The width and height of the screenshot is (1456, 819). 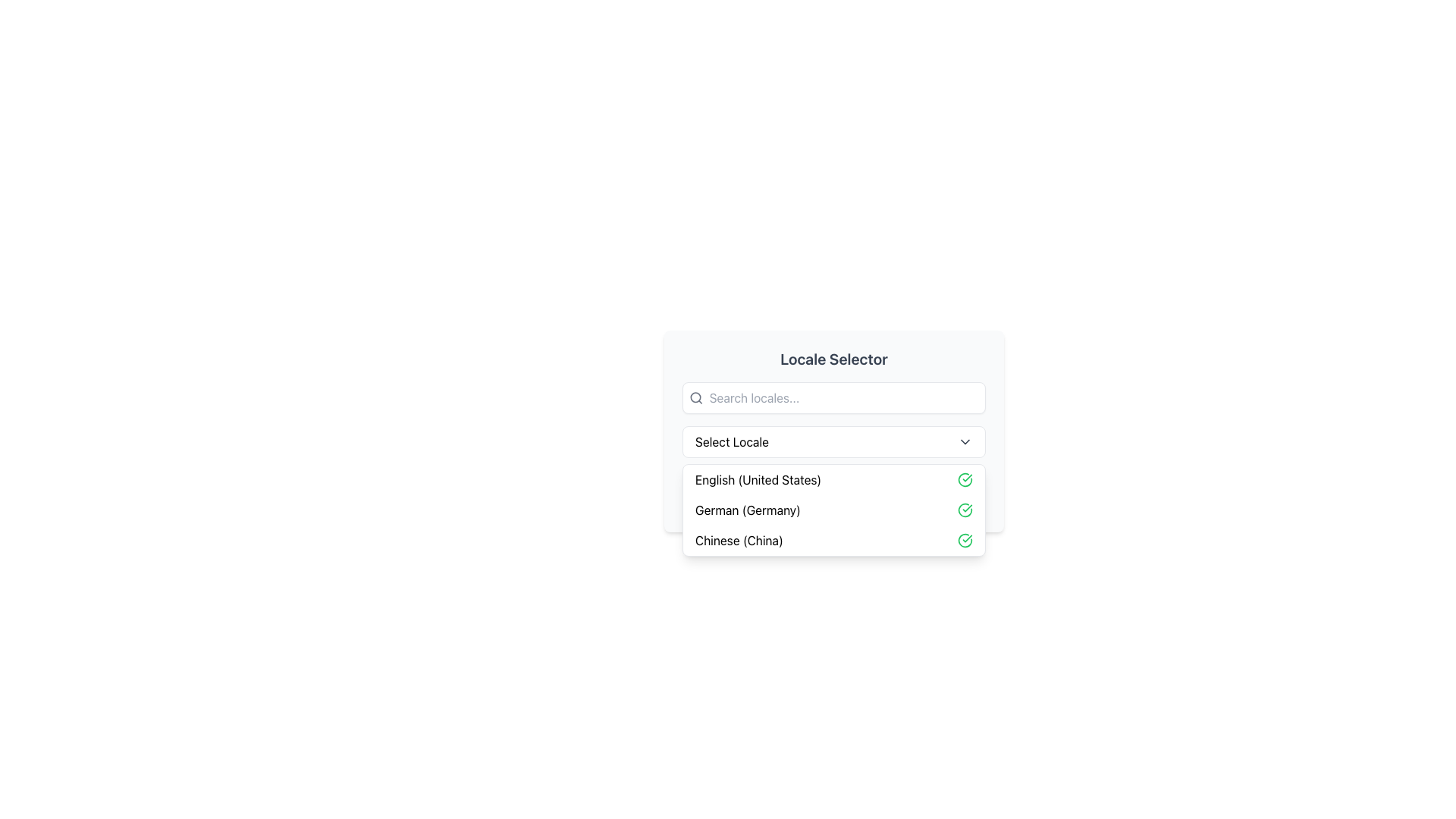 What do you see at coordinates (833, 540) in the screenshot?
I see `the selectable list item labeled 'Chinese (China)'` at bounding box center [833, 540].